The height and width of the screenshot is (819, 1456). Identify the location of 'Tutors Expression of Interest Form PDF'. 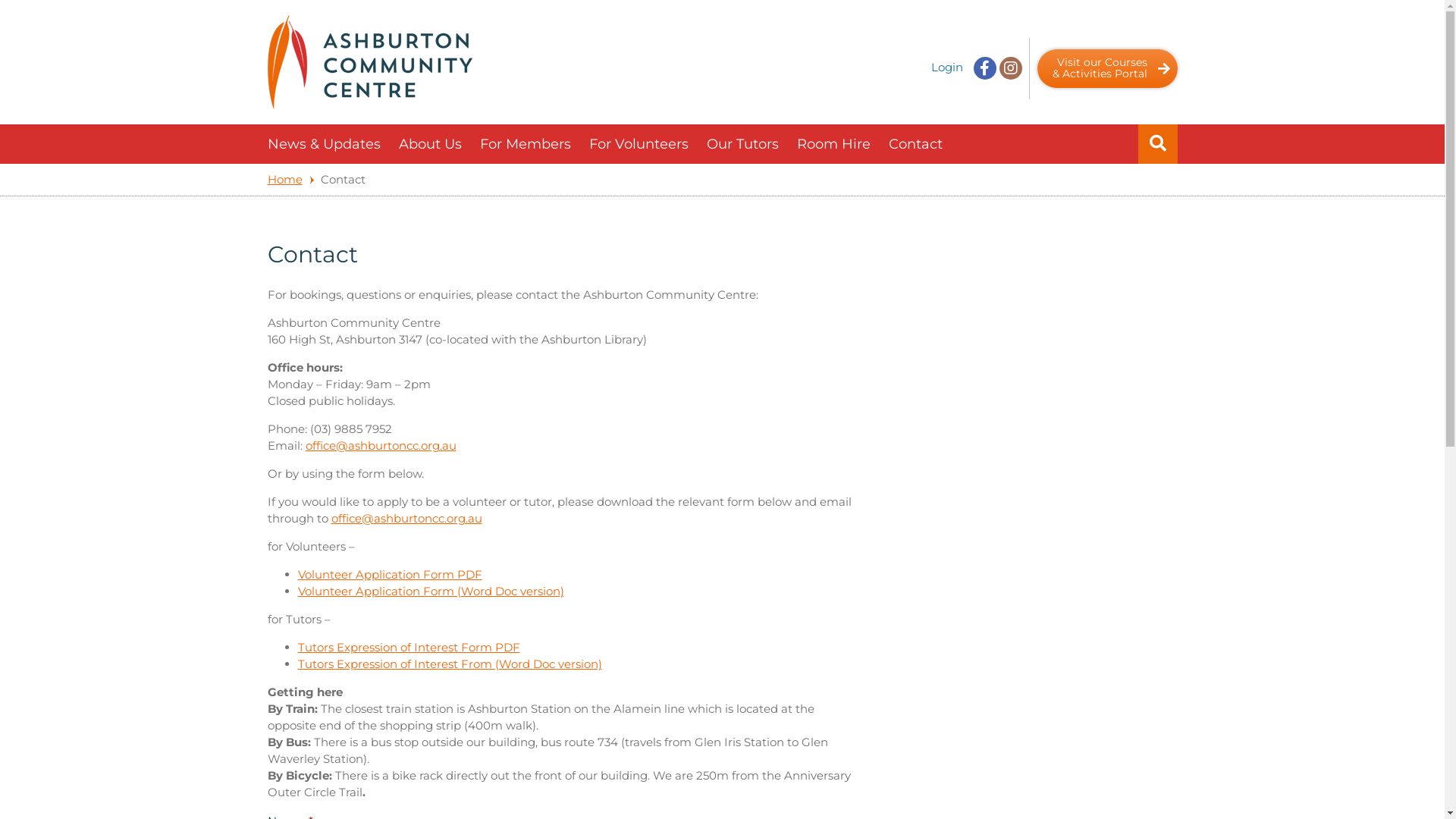
(408, 647).